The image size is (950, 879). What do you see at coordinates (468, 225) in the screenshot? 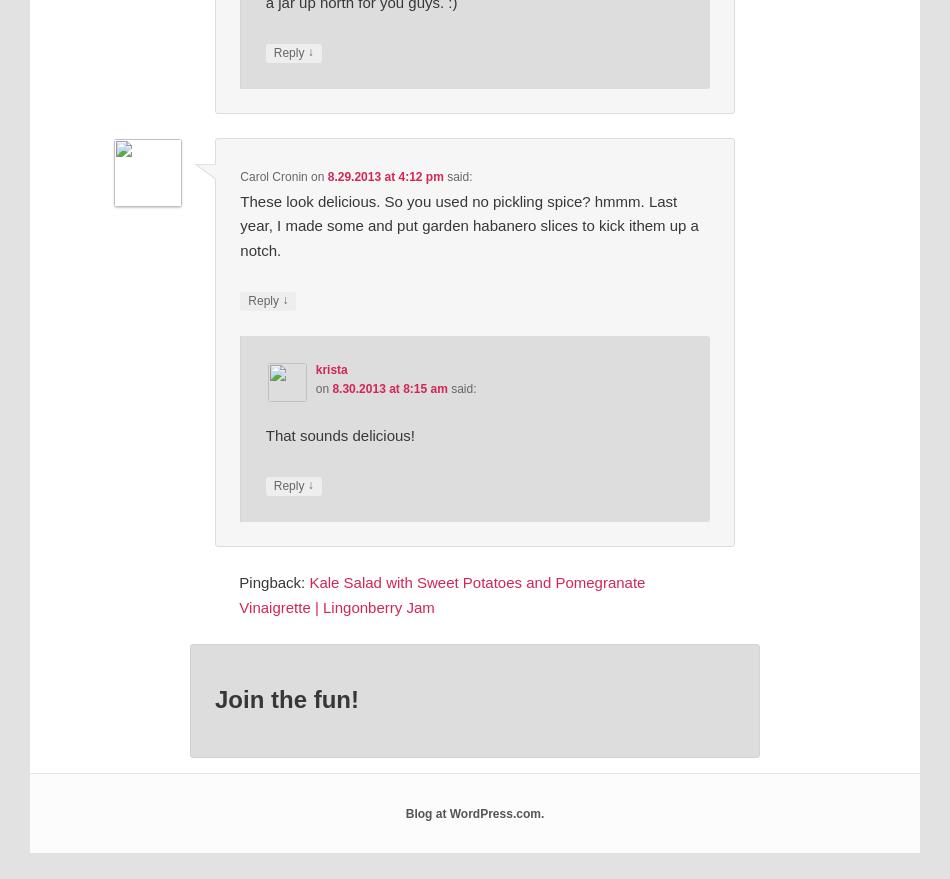
I see `'These look delicious.  So you used no pickling spice?  hmmm.  Last year, I made some and put garden habanero slices to kick ithem up a notch.'` at bounding box center [468, 225].